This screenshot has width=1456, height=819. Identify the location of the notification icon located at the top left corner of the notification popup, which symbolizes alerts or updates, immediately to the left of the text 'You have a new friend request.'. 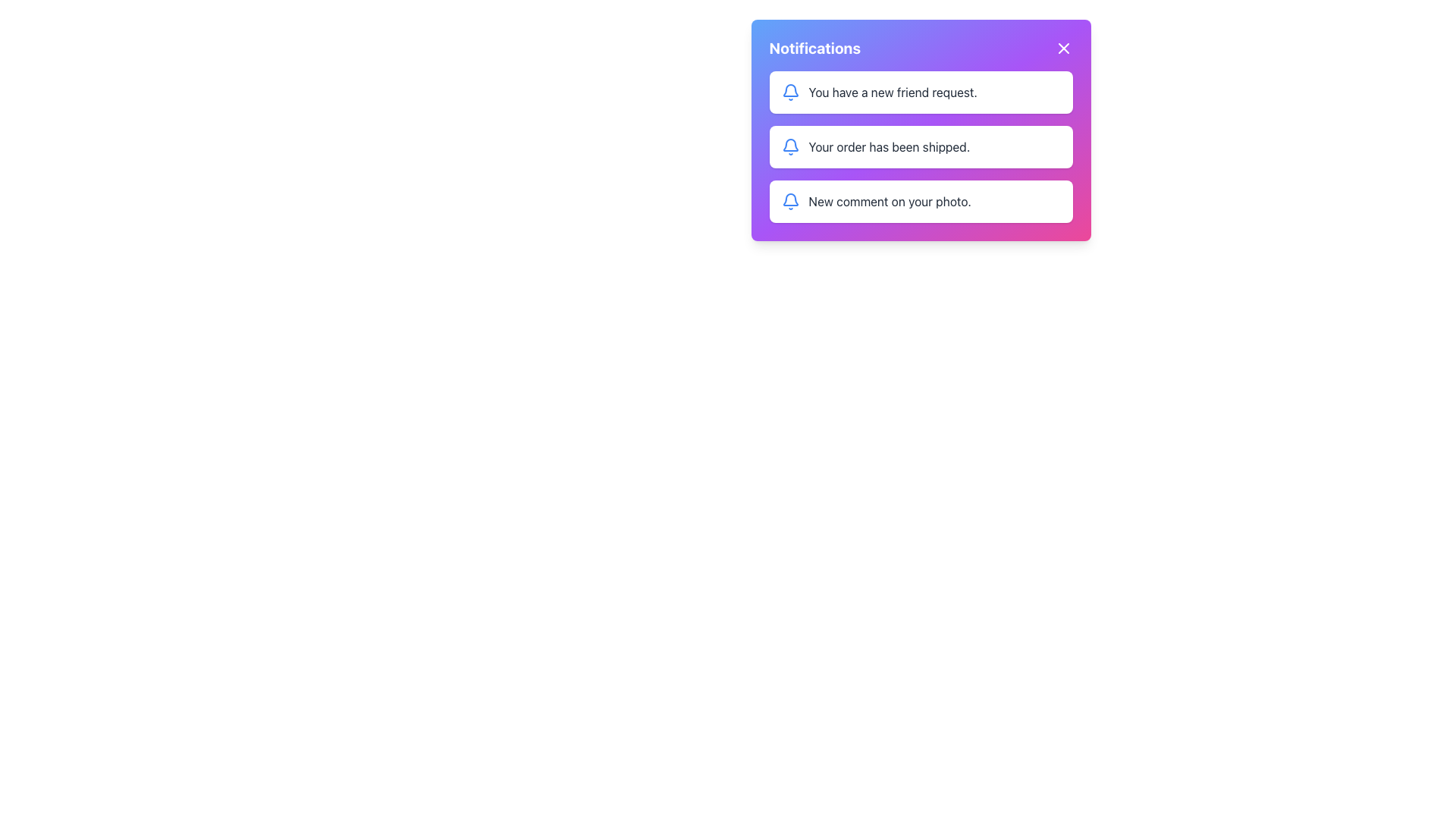
(789, 90).